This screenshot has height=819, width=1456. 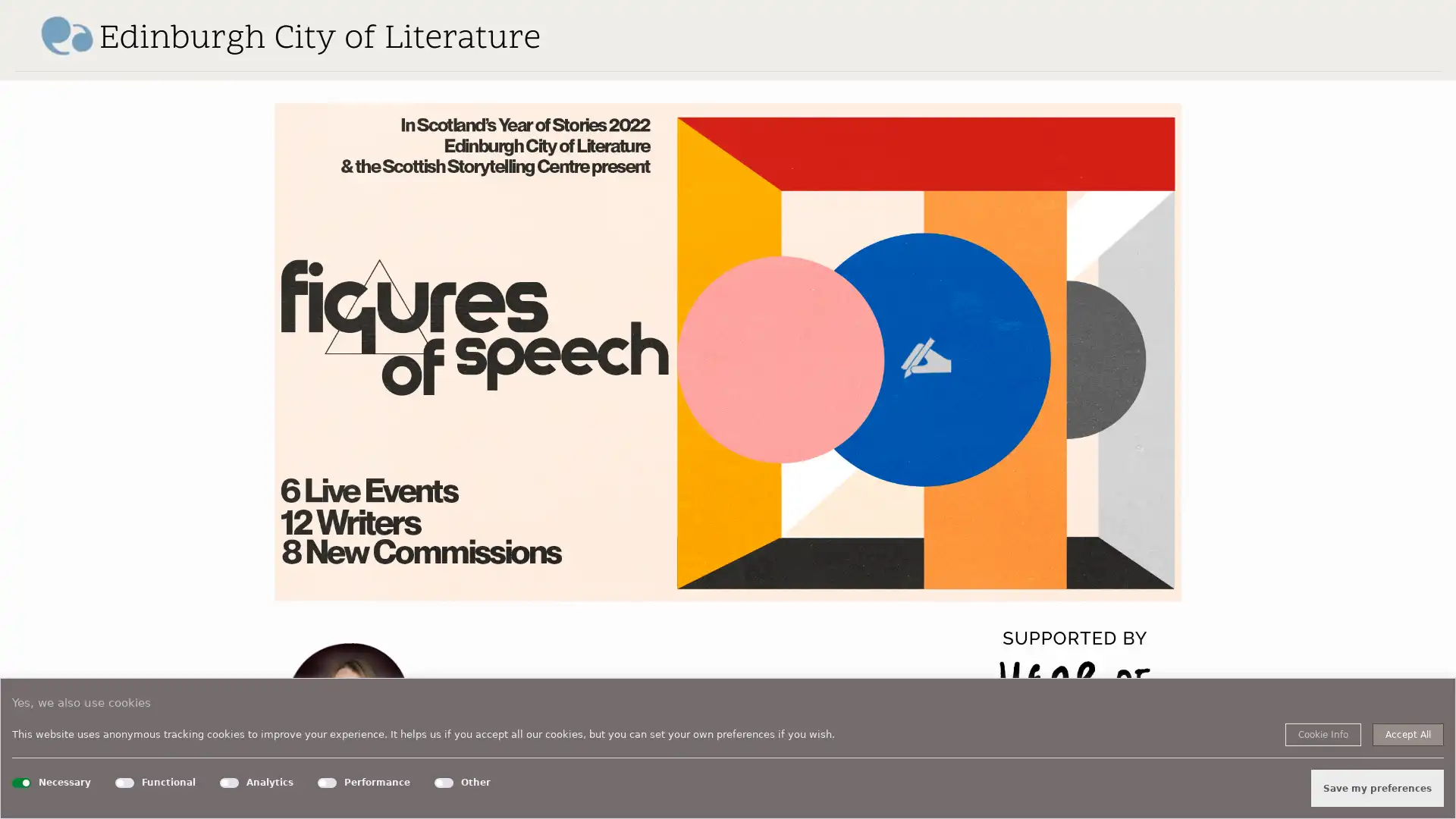 I want to click on Save my preferences, so click(x=1377, y=787).